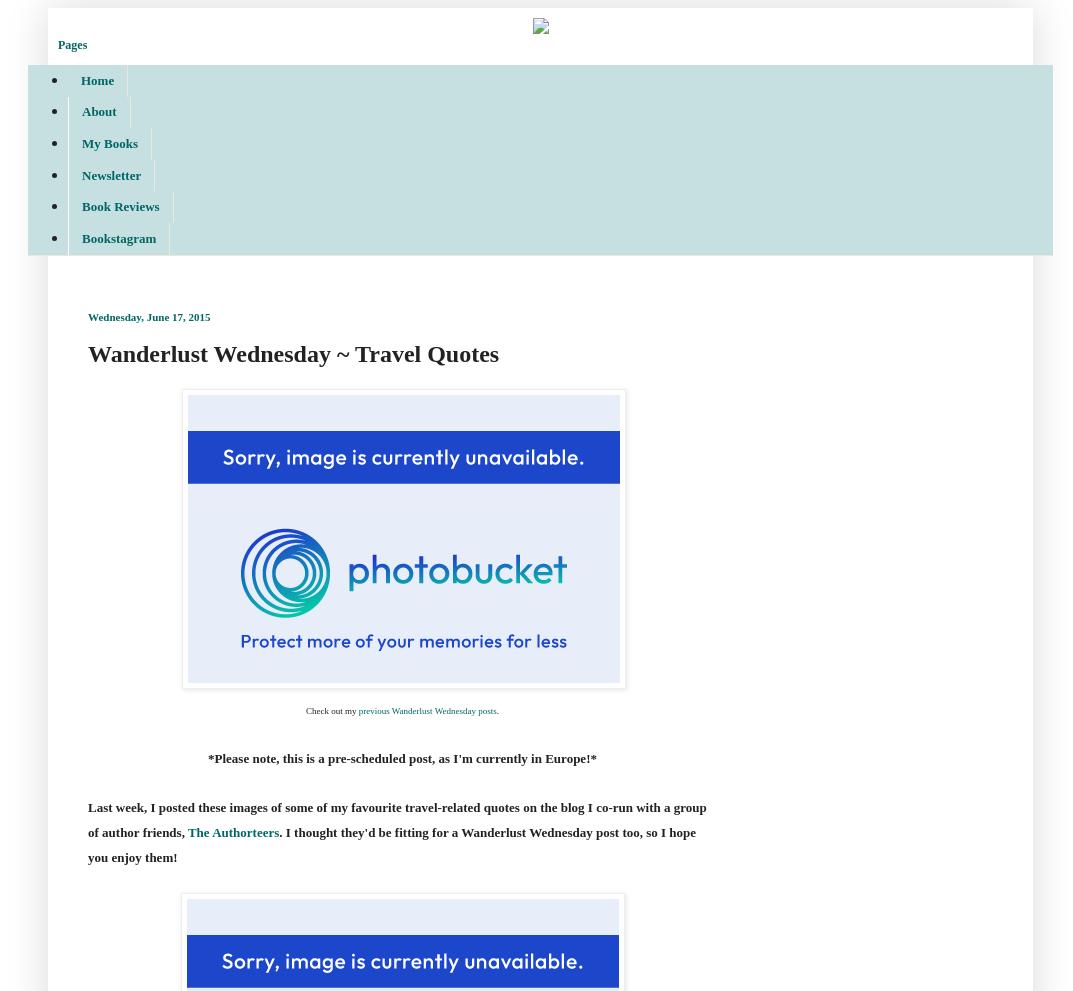  What do you see at coordinates (426, 709) in the screenshot?
I see `'previous Wanderlust Wednesday posts'` at bounding box center [426, 709].